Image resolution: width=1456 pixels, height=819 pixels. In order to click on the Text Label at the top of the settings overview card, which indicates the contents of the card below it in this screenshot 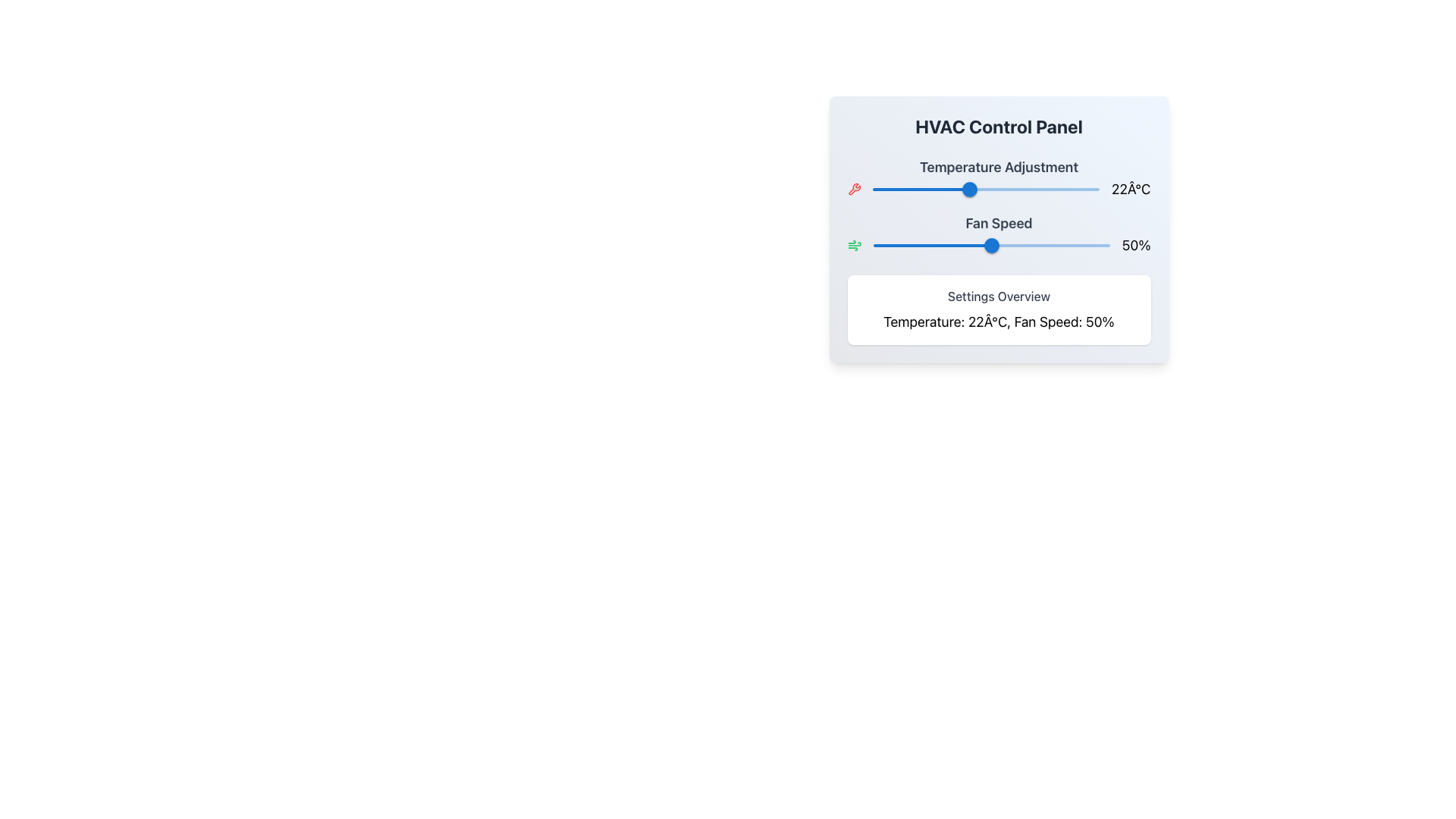, I will do `click(999, 296)`.